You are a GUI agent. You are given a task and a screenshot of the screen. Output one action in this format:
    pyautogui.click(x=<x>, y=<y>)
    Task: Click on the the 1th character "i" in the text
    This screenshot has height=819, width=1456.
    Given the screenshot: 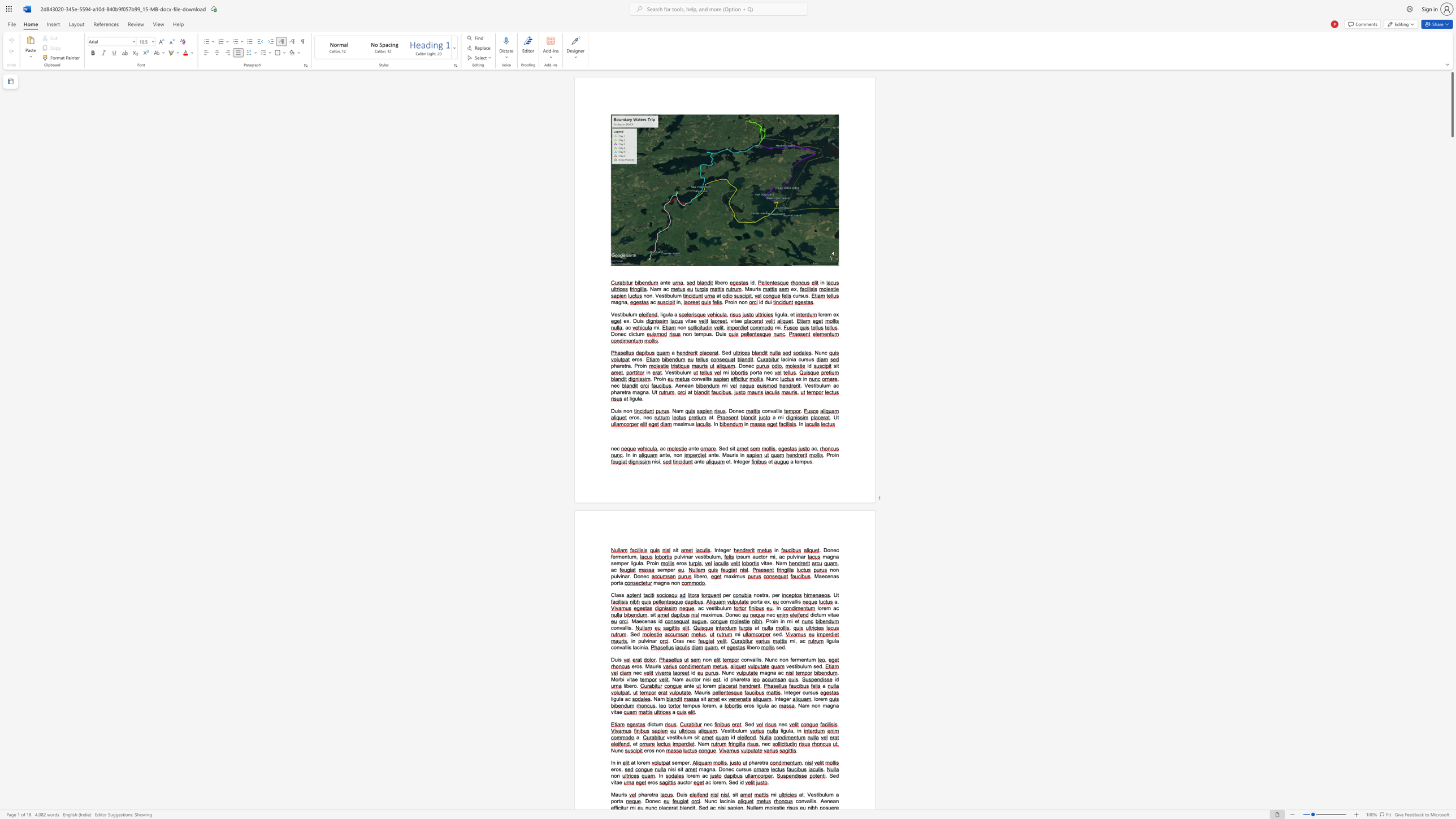 What is the action you would take?
    pyautogui.click(x=787, y=359)
    